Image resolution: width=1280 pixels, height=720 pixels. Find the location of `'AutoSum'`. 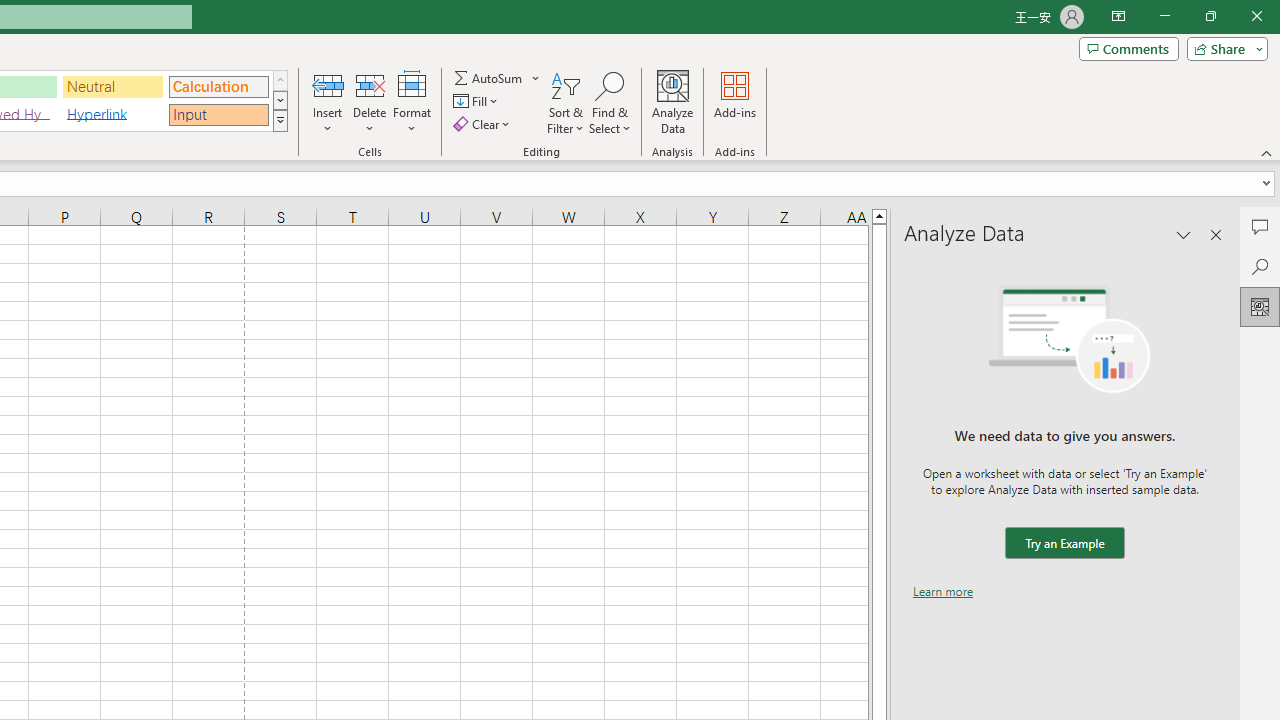

'AutoSum' is located at coordinates (497, 77).